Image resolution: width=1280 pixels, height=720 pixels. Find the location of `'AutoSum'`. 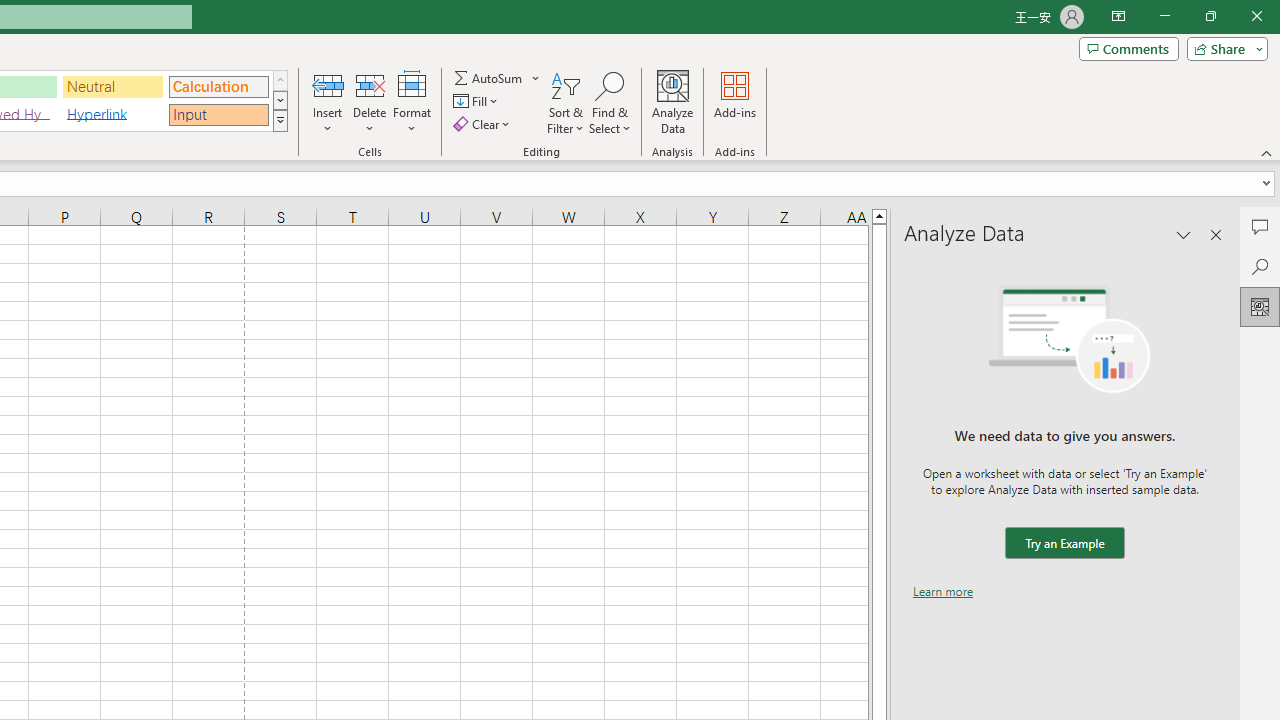

'AutoSum' is located at coordinates (497, 77).